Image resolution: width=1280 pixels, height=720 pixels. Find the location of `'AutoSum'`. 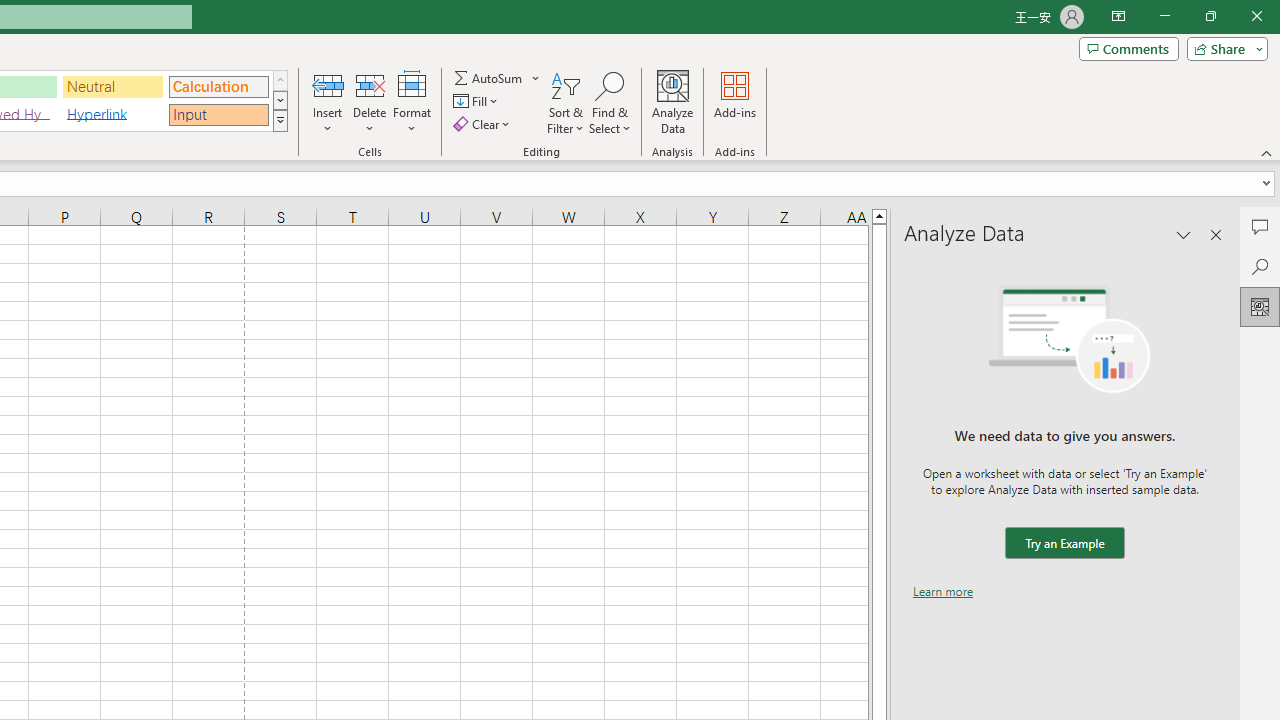

'AutoSum' is located at coordinates (497, 77).